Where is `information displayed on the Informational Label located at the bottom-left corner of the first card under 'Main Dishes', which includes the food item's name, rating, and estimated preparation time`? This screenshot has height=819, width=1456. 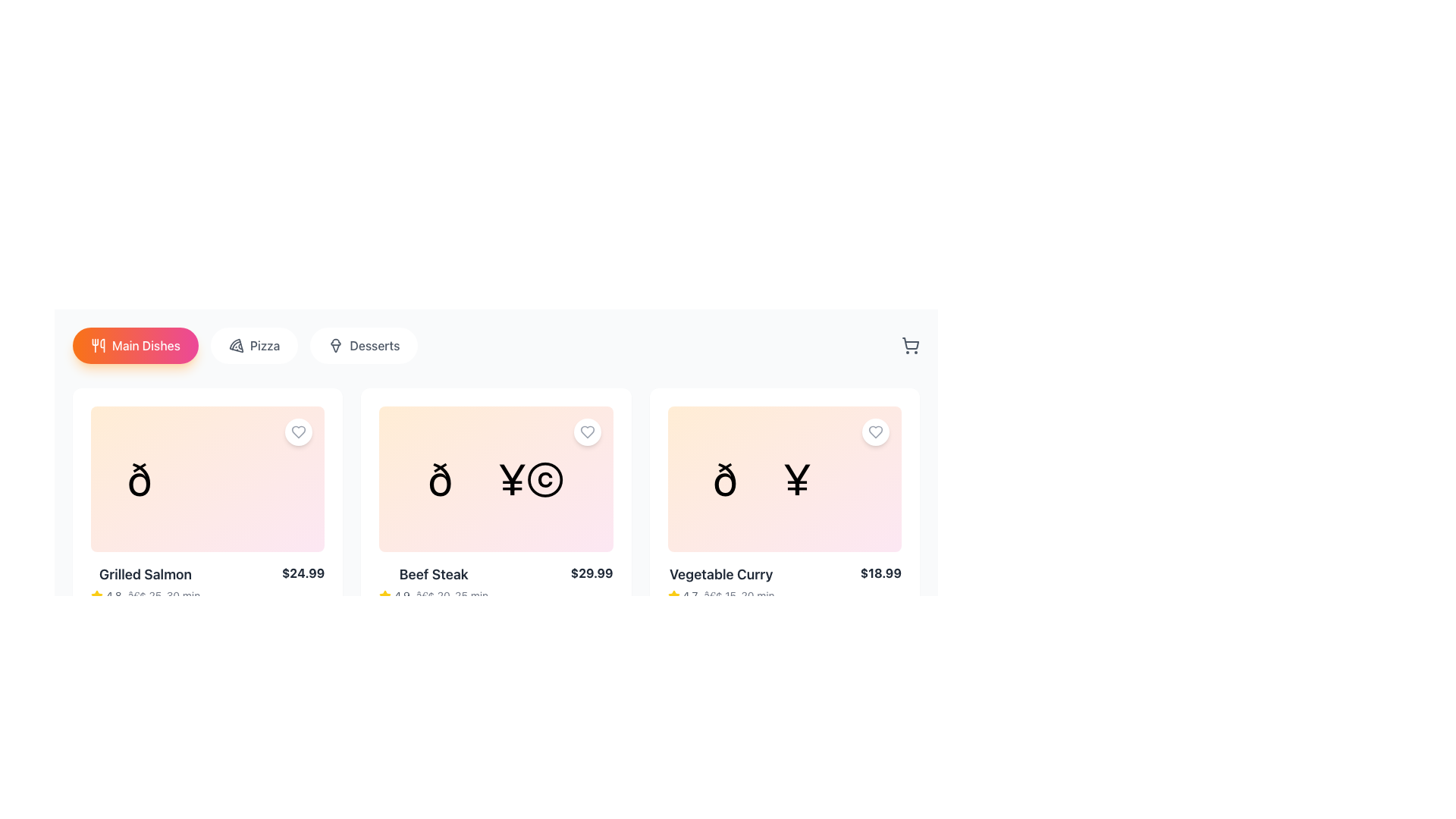
information displayed on the Informational Label located at the bottom-left corner of the first card under 'Main Dishes', which includes the food item's name, rating, and estimated preparation time is located at coordinates (146, 583).